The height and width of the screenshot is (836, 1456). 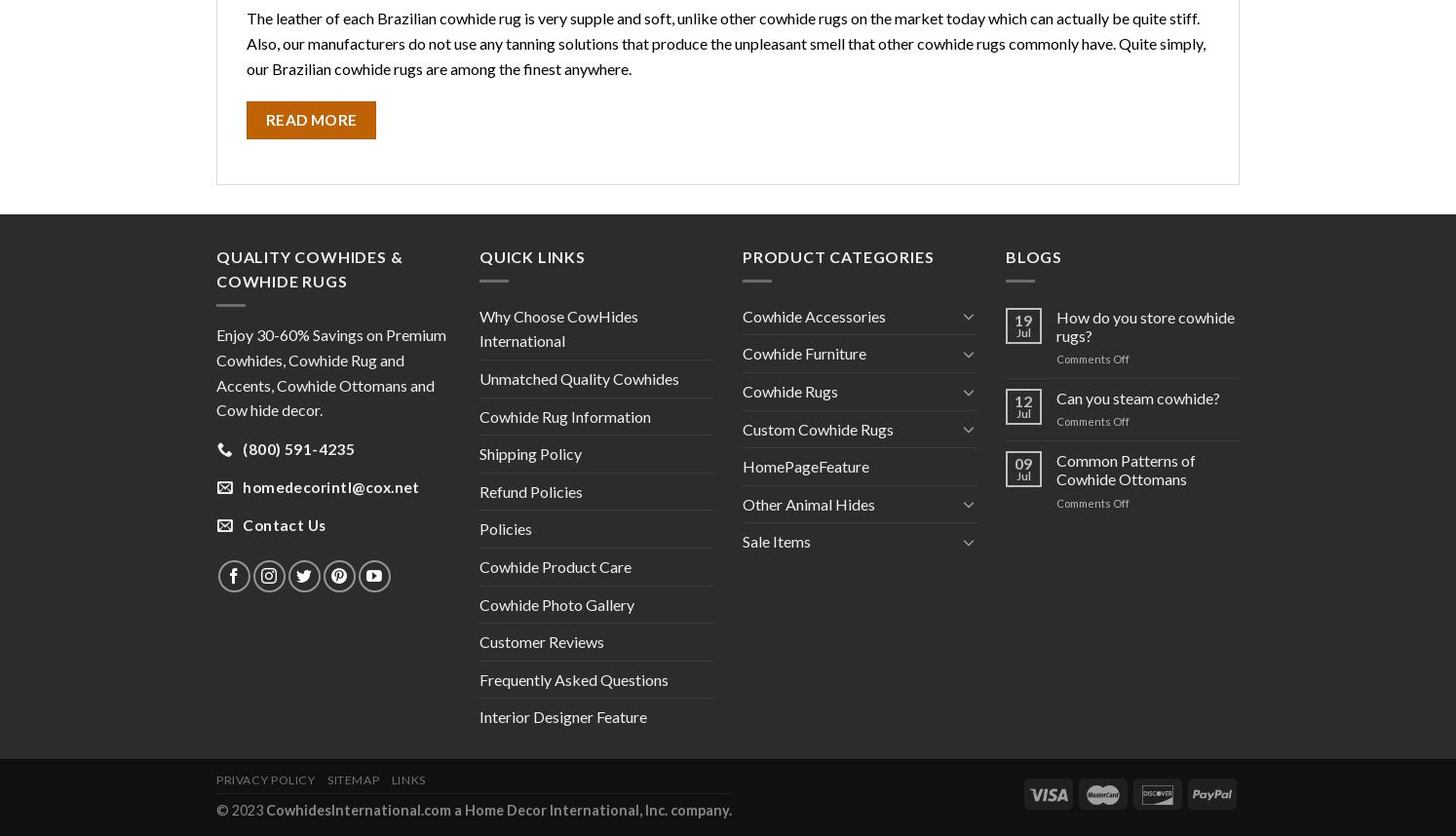 I want to click on 'PRODUCT CATEGORIES', so click(x=837, y=255).